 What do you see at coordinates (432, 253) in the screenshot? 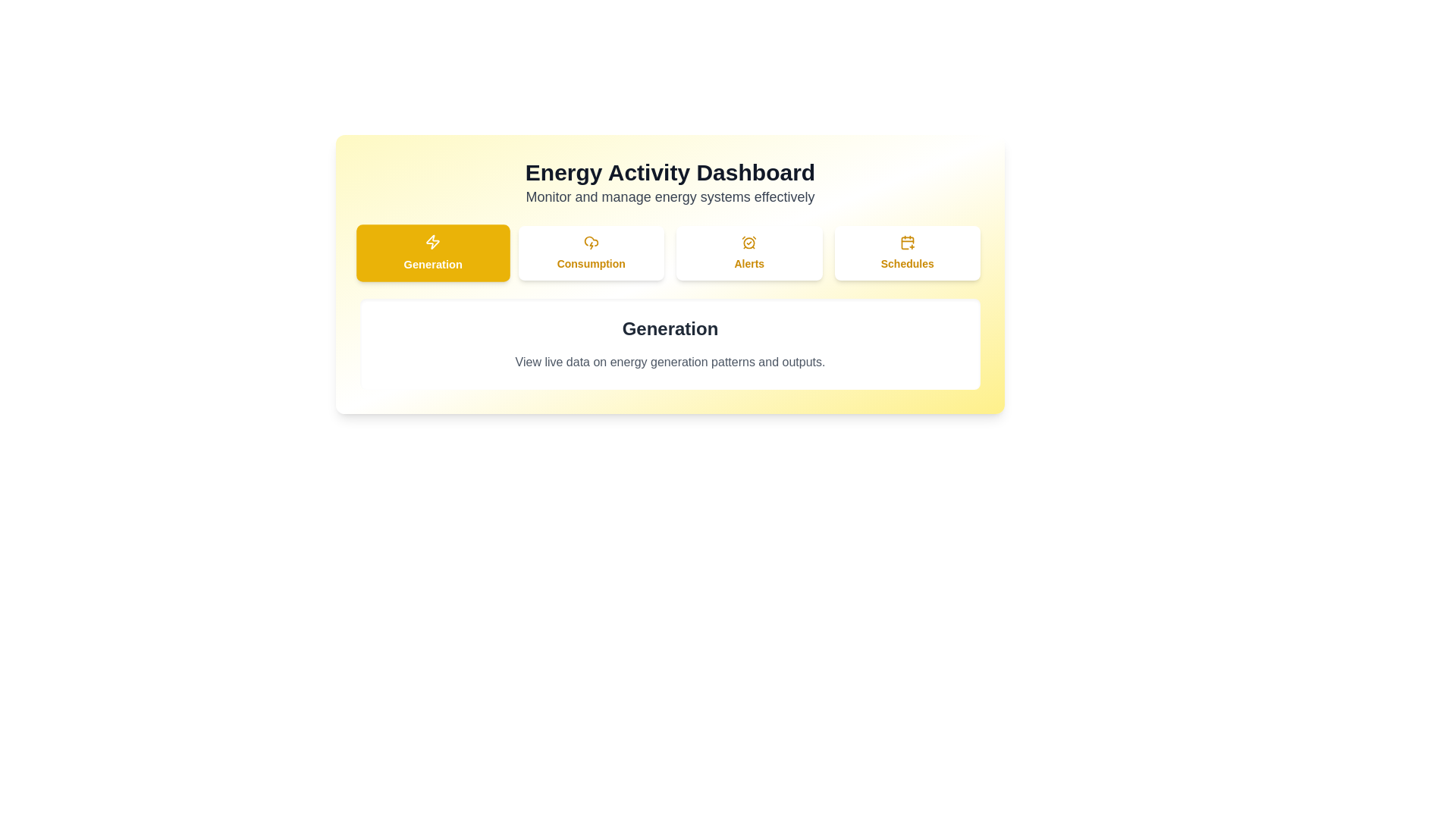
I see `the Generation tab to view its content` at bounding box center [432, 253].